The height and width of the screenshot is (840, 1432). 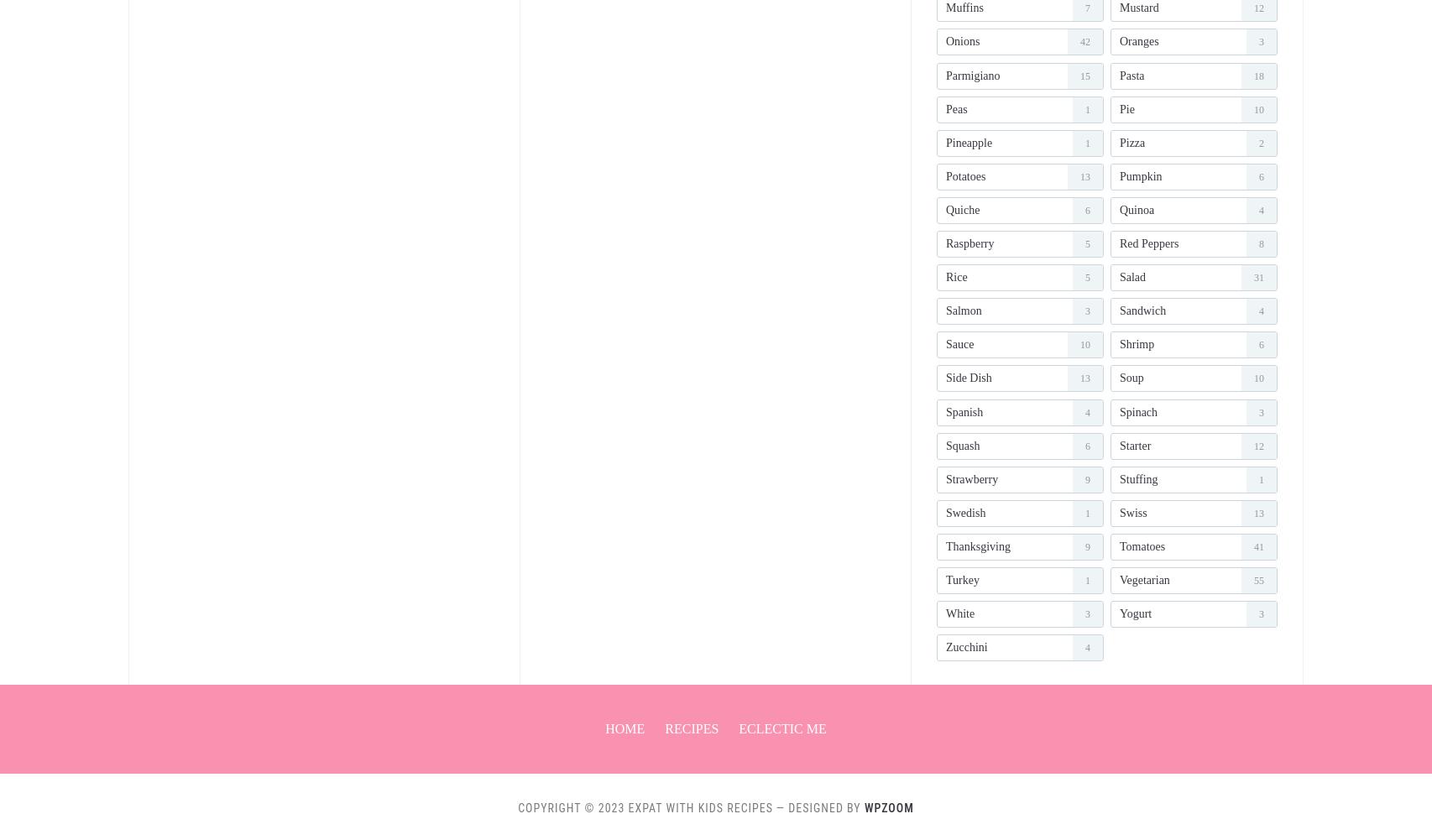 What do you see at coordinates (971, 477) in the screenshot?
I see `'strawberry'` at bounding box center [971, 477].